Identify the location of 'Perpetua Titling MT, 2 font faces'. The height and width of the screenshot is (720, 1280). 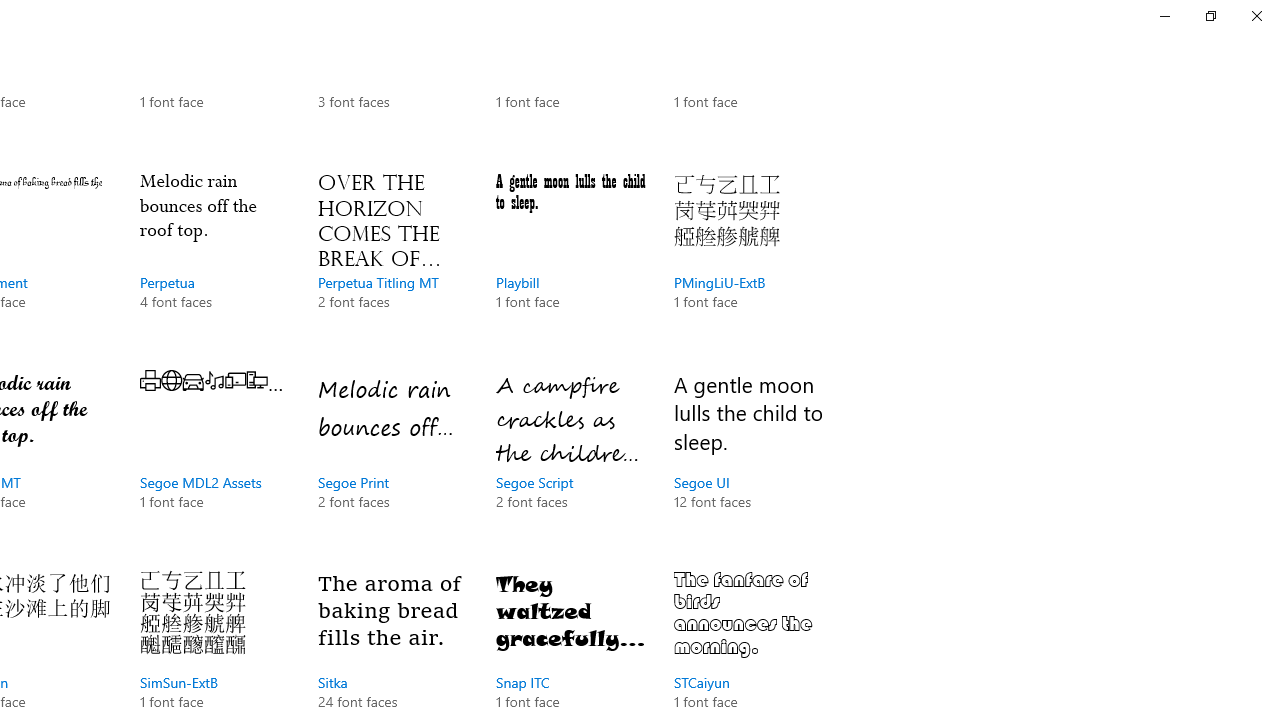
(392, 260).